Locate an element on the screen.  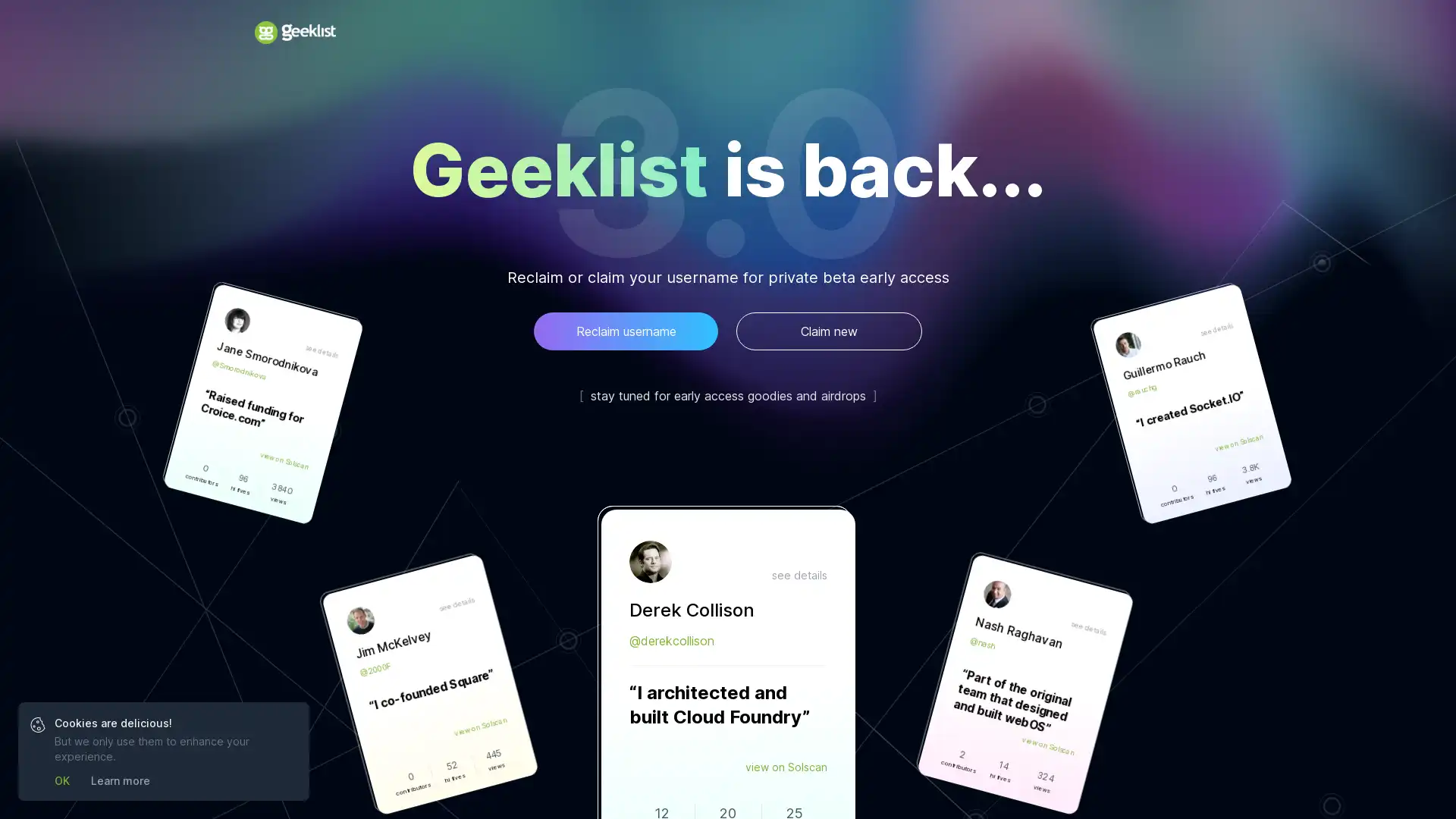
OK is located at coordinates (61, 780).